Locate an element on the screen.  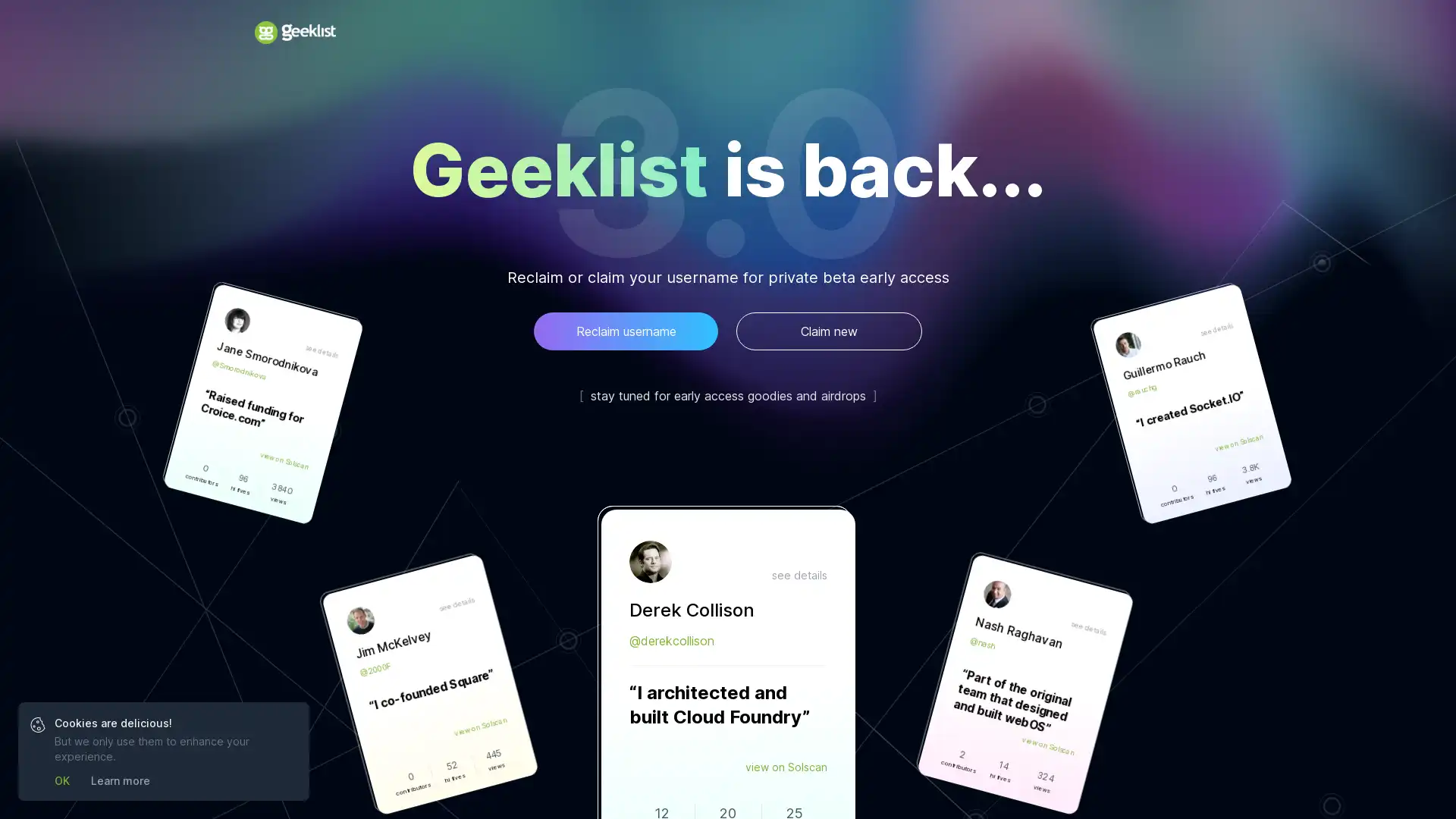
OK is located at coordinates (61, 780).